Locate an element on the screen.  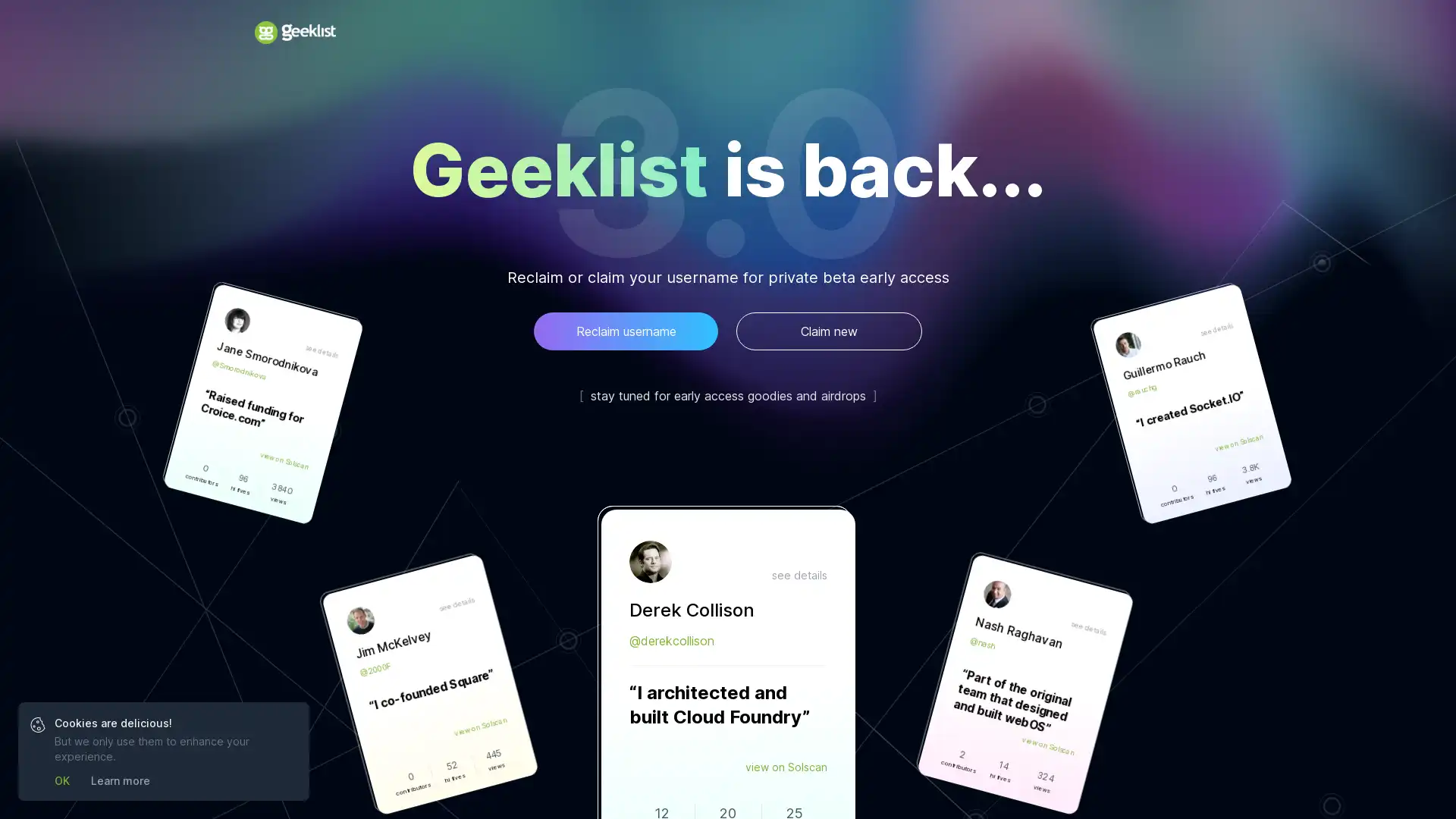
OK is located at coordinates (61, 780).